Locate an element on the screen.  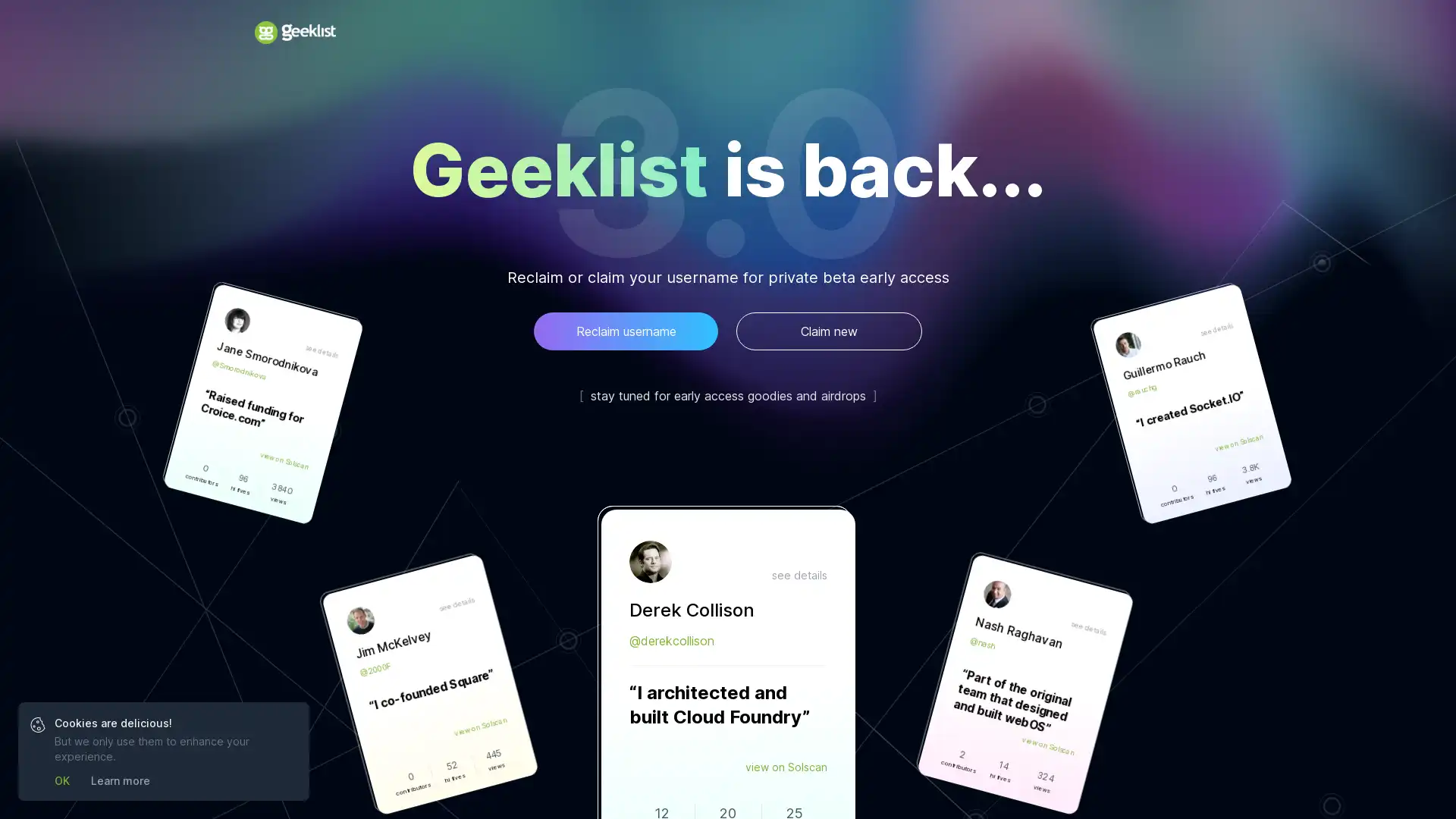
OK is located at coordinates (61, 780).